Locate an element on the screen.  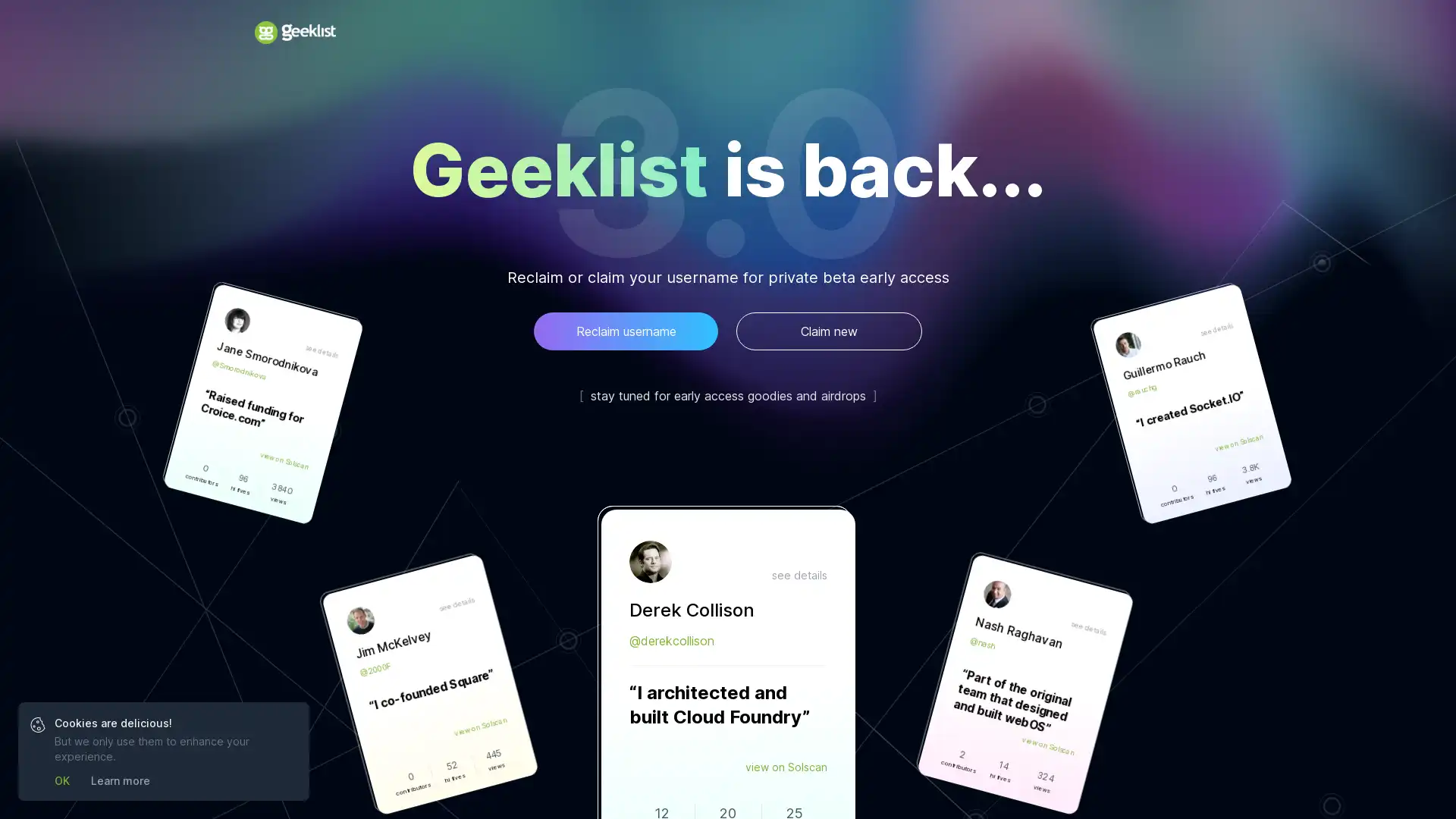
OK is located at coordinates (61, 780).